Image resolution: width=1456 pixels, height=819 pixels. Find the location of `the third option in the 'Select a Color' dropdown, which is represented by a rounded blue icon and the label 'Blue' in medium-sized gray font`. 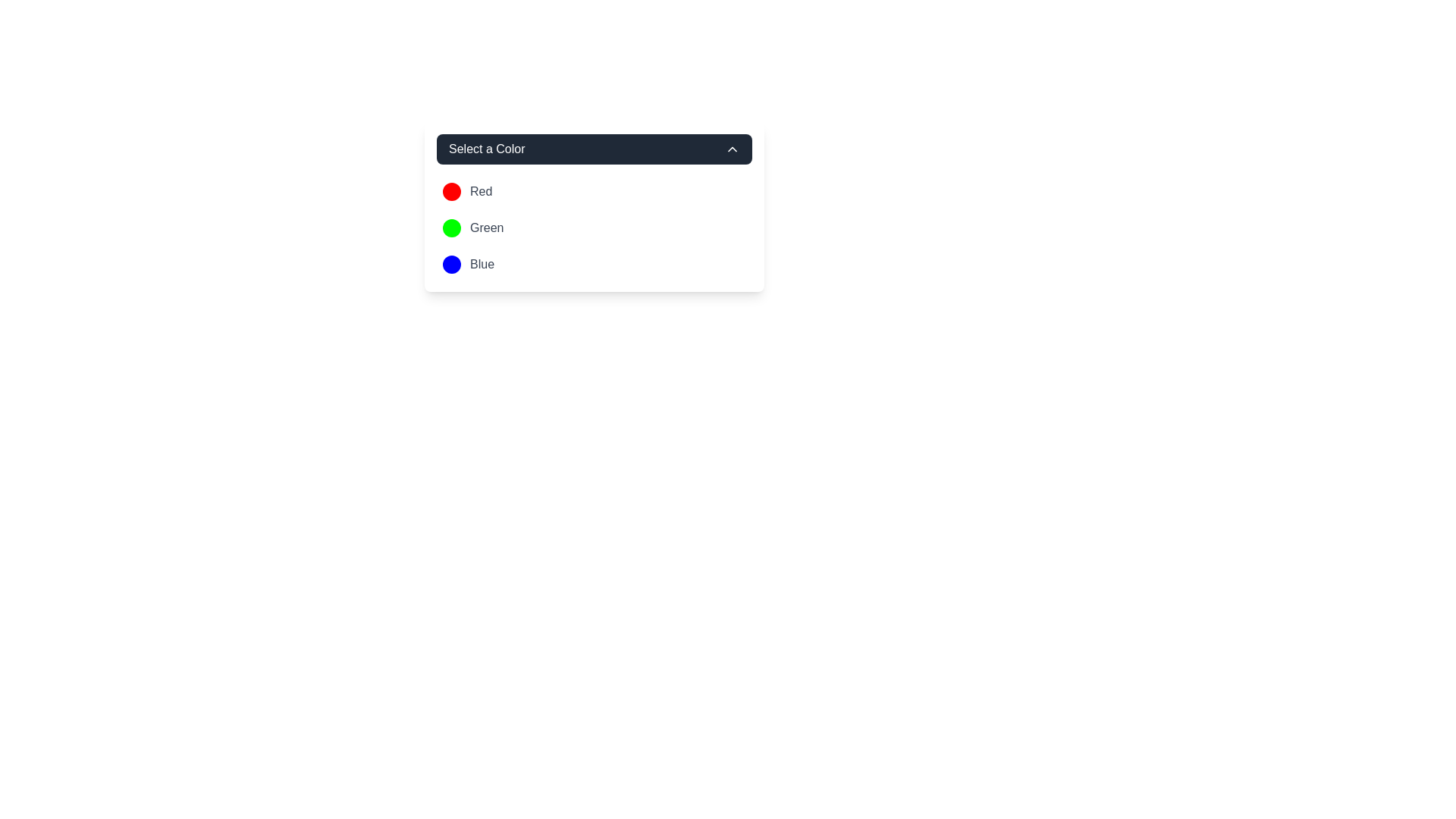

the third option in the 'Select a Color' dropdown, which is represented by a rounded blue icon and the label 'Blue' in medium-sized gray font is located at coordinates (468, 263).